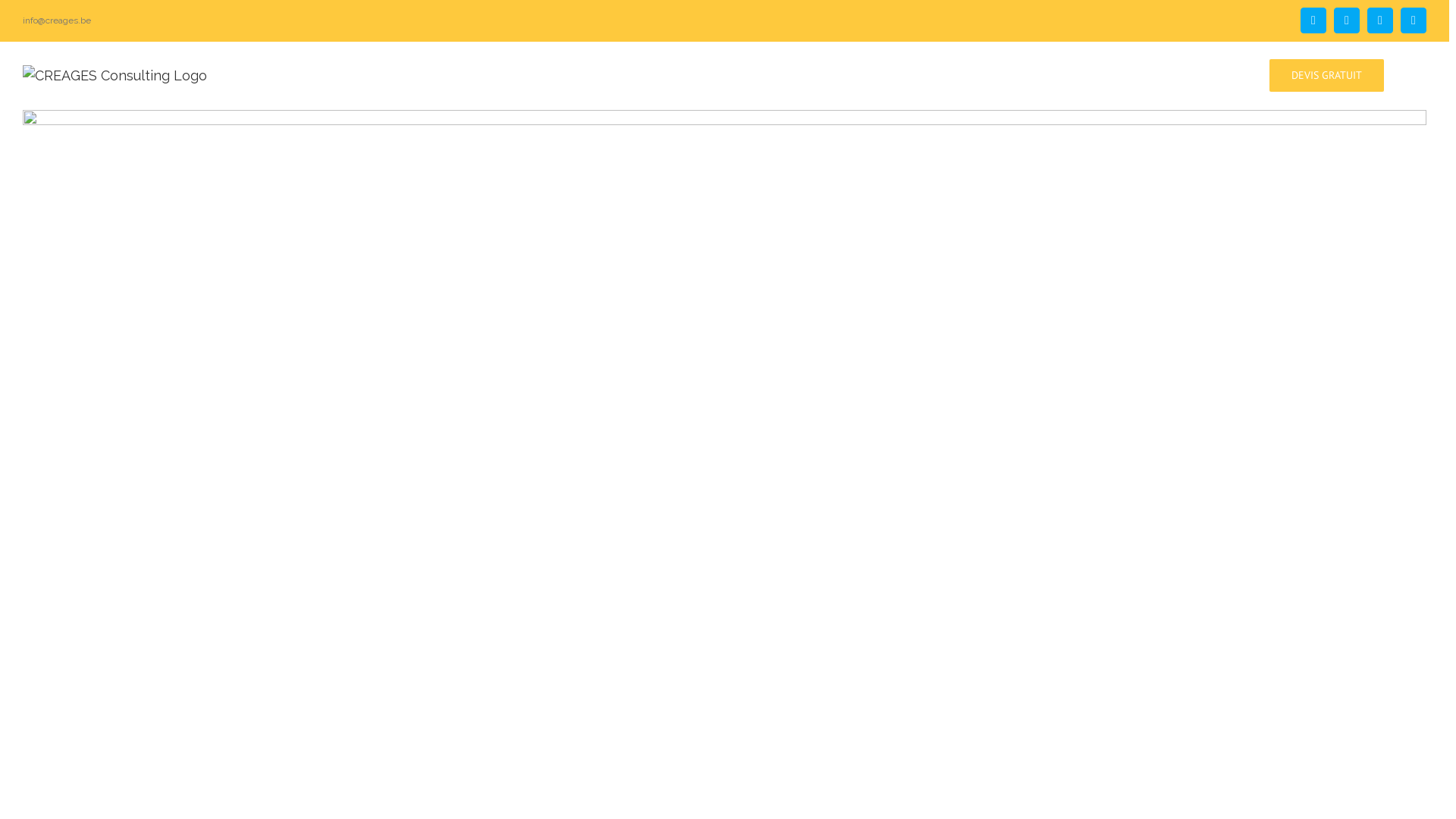 This screenshot has height=819, width=1456. I want to click on 'COM DIGITALE', so click(1071, 74).